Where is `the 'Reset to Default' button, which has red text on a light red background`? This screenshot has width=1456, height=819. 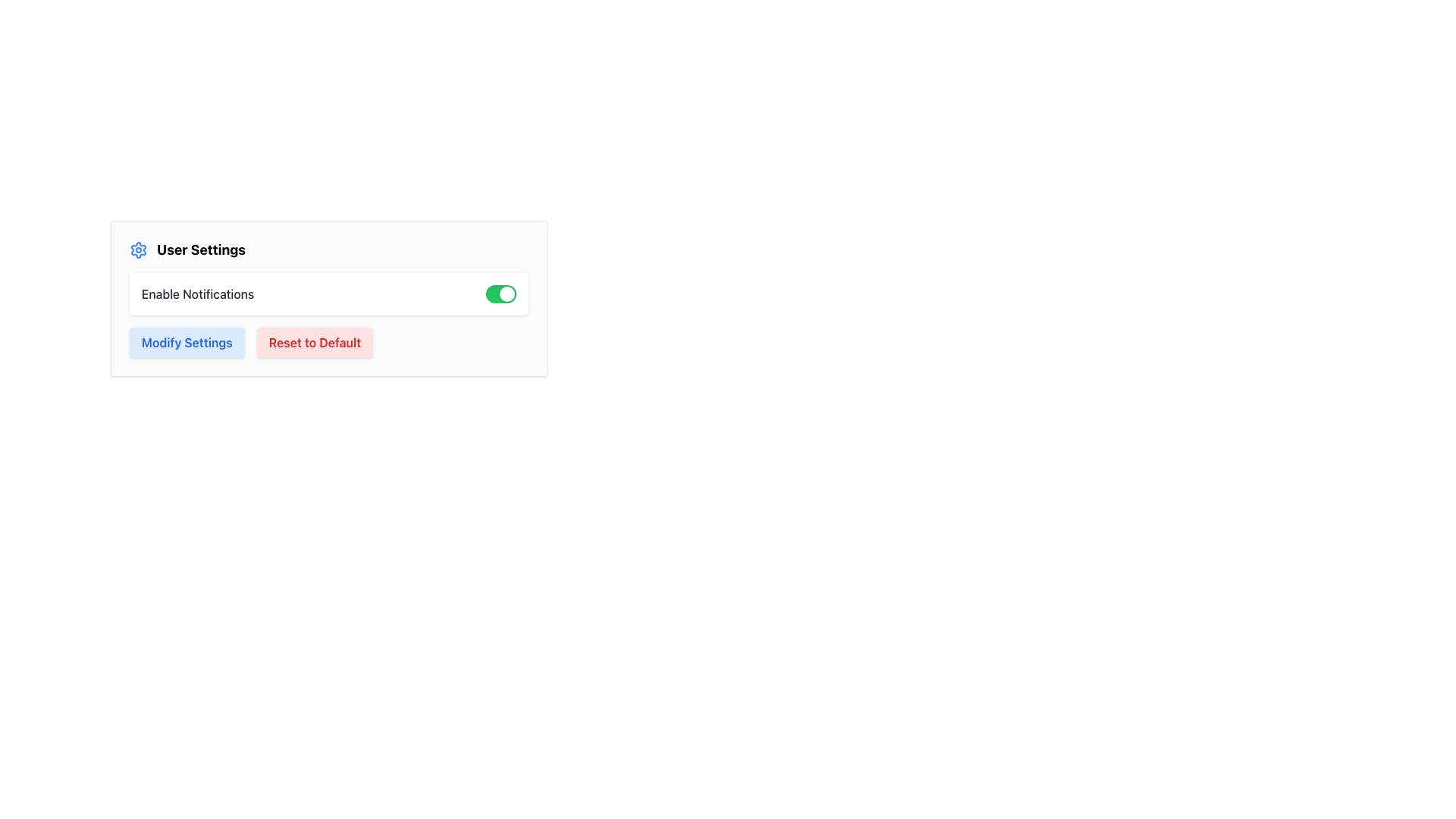
the 'Reset to Default' button, which has red text on a light red background is located at coordinates (314, 342).